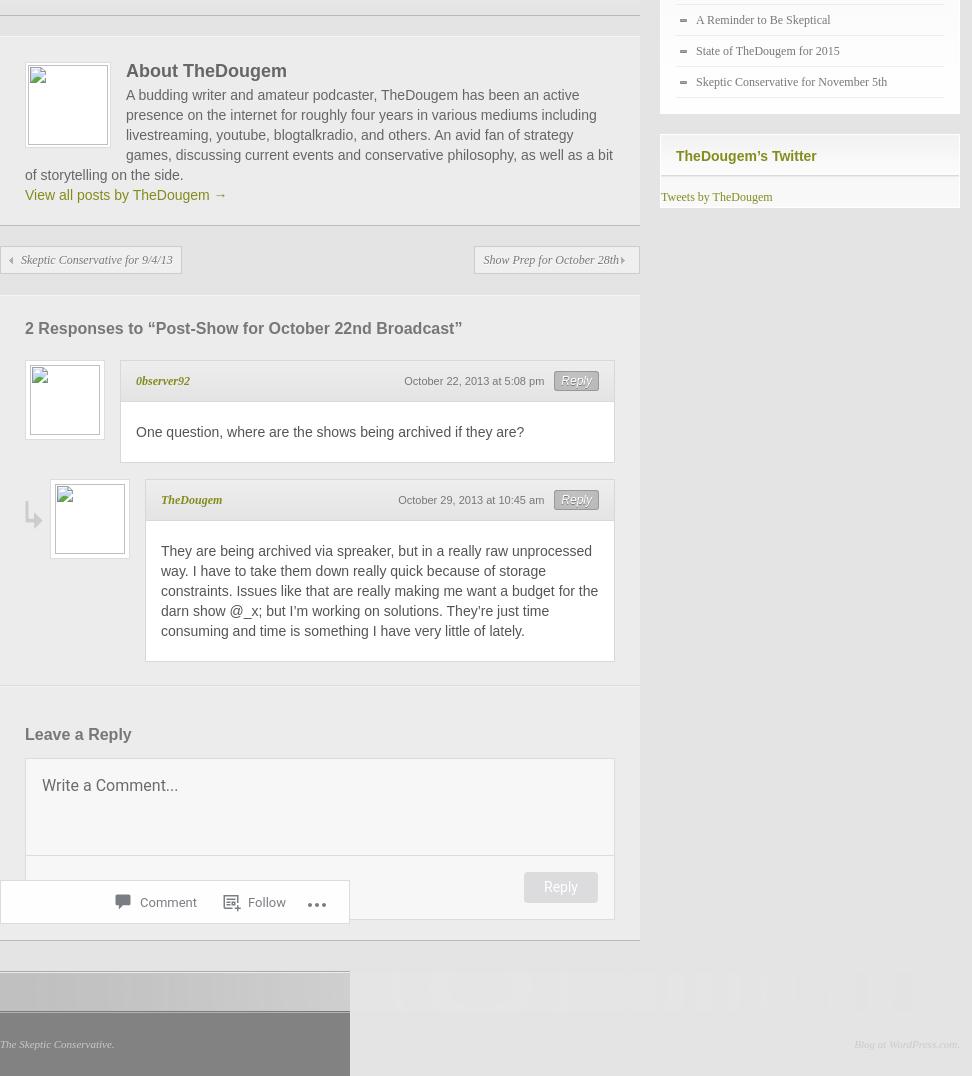 The width and height of the screenshot is (972, 1076). Describe the element at coordinates (660, 196) in the screenshot. I see `'Tweets by TheDougem'` at that location.